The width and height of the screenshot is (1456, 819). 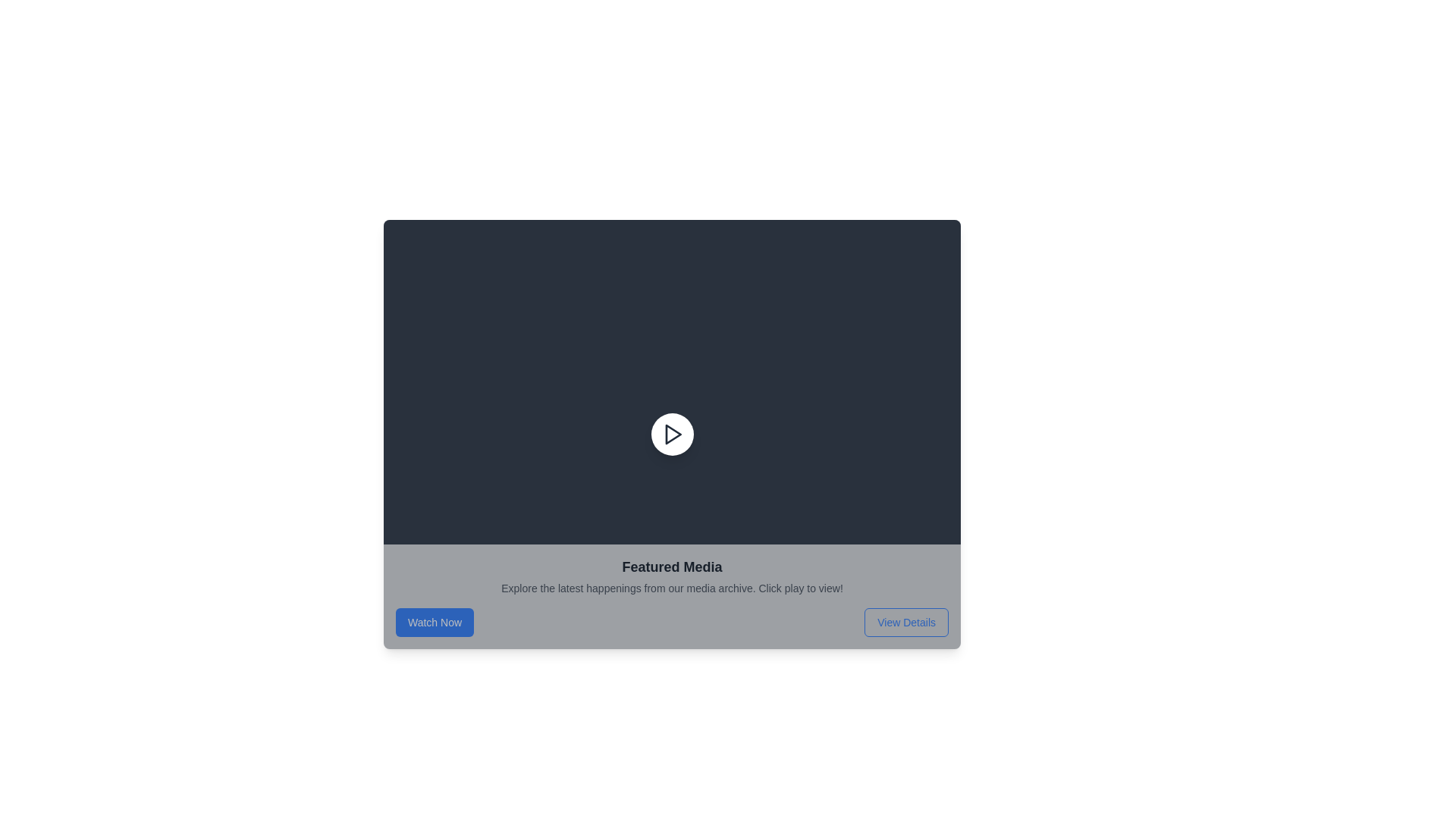 What do you see at coordinates (906, 623) in the screenshot?
I see `the rectangular button with rounded edges labeled 'View Details'` at bounding box center [906, 623].